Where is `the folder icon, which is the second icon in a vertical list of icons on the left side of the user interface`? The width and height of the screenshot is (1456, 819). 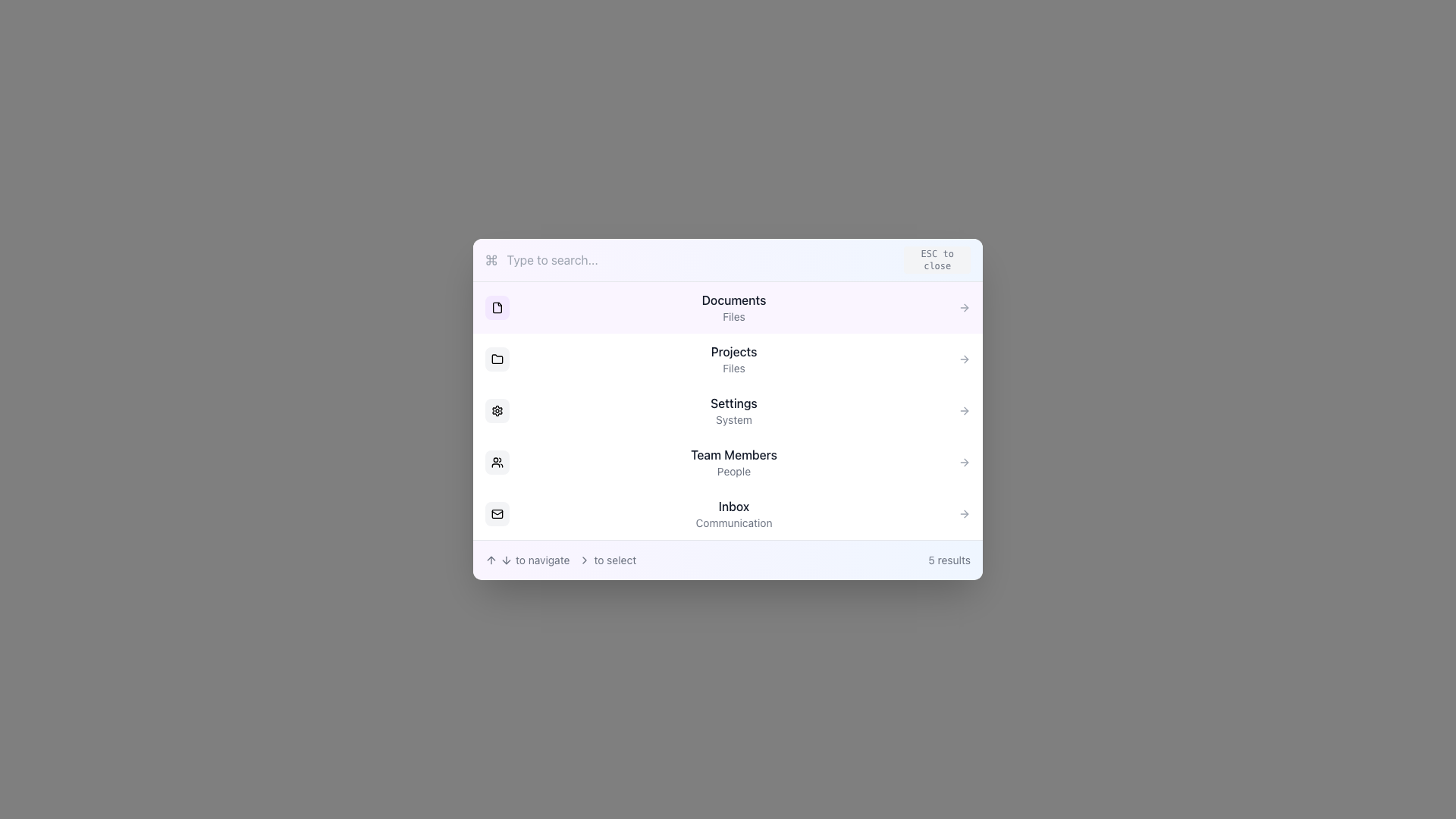 the folder icon, which is the second icon in a vertical list of icons on the left side of the user interface is located at coordinates (497, 359).